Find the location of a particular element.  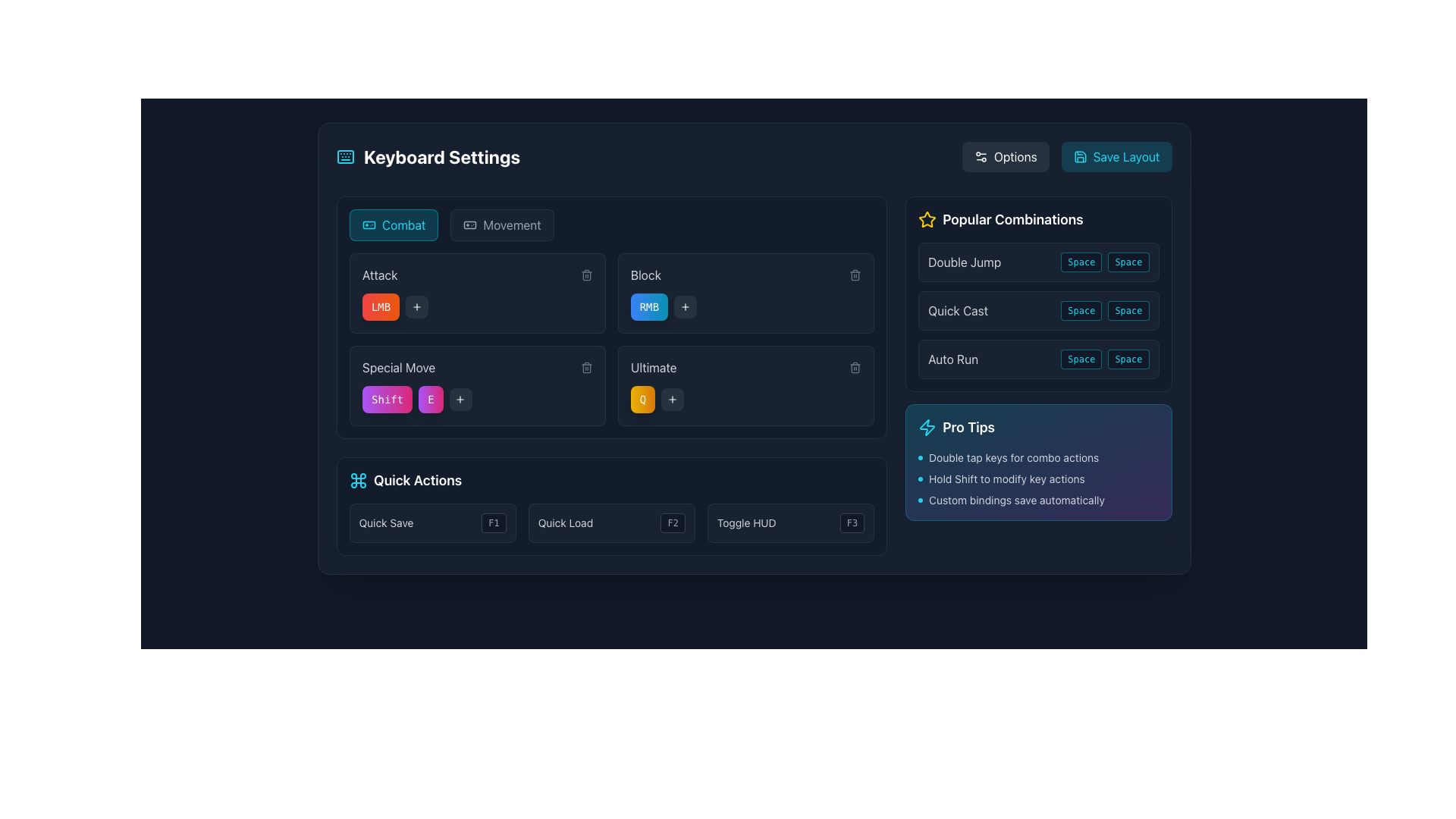

the text label 'F3' that appears as a small rectangular button with a dark gray background and light gray text, located to the right of the 'Toggle HUD' label in the 'Quick Actions' section is located at coordinates (852, 522).